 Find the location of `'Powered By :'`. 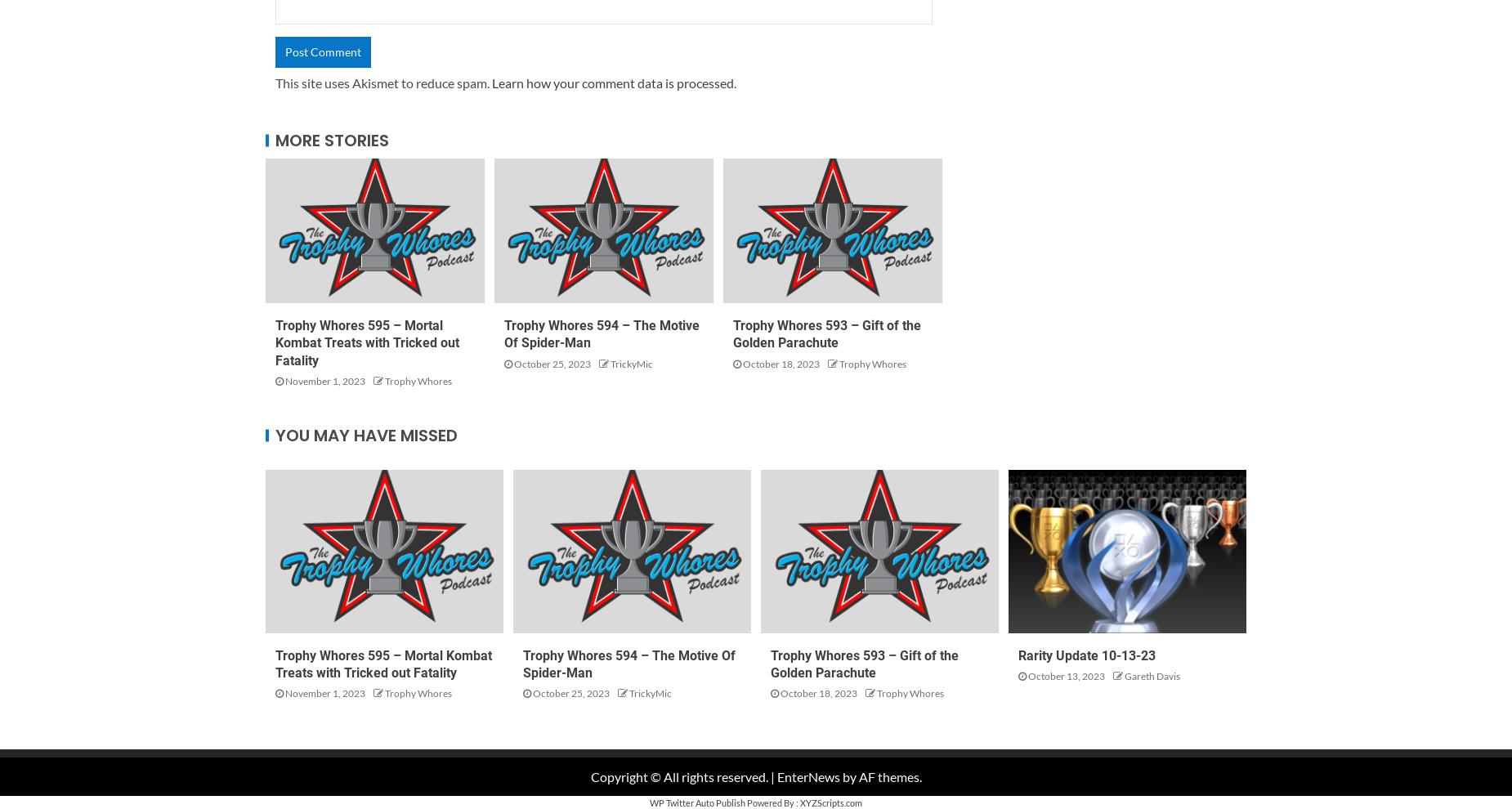

'Powered By :' is located at coordinates (772, 802).